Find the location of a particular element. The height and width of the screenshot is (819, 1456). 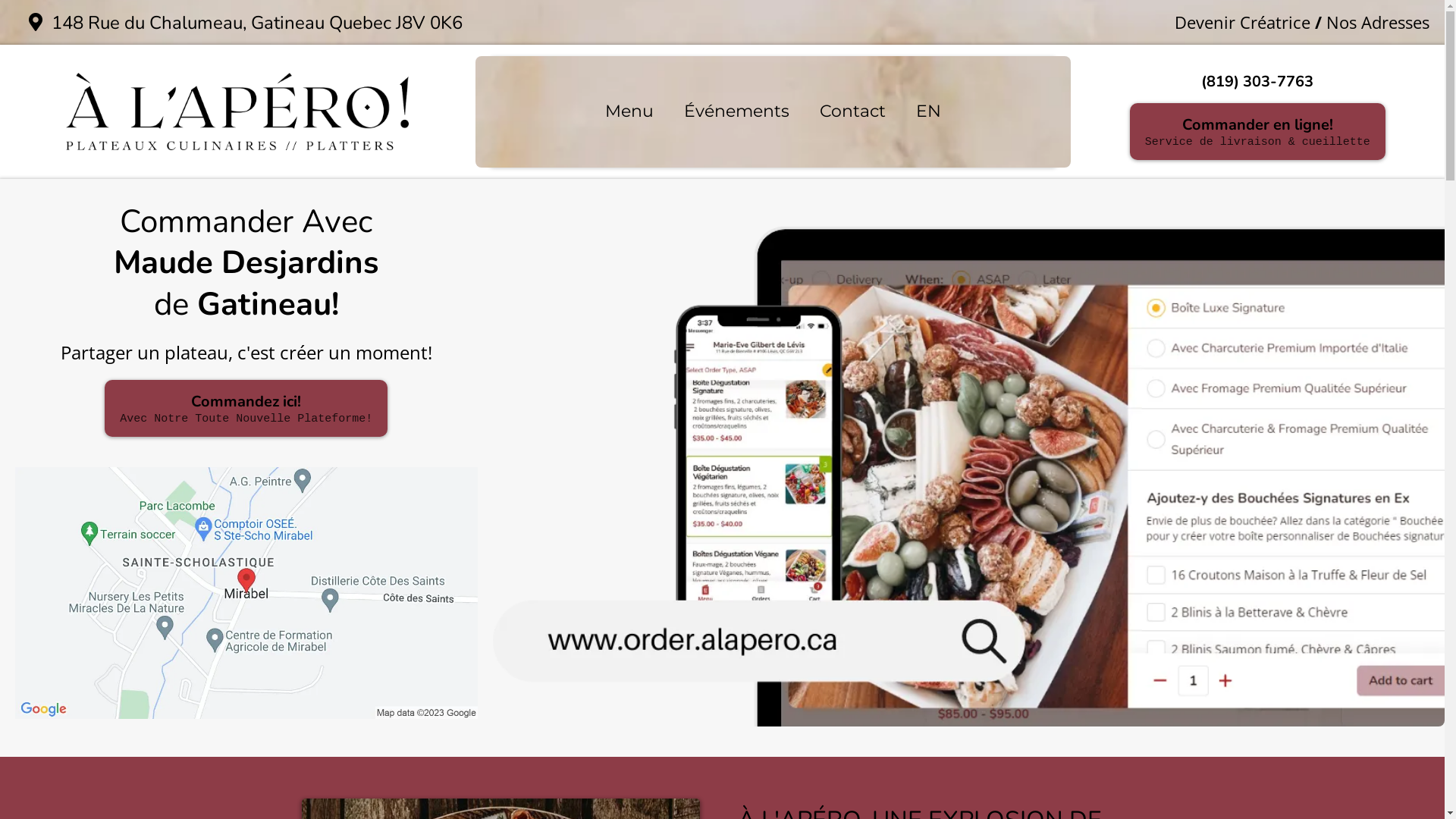

'Contact' is located at coordinates (852, 111).